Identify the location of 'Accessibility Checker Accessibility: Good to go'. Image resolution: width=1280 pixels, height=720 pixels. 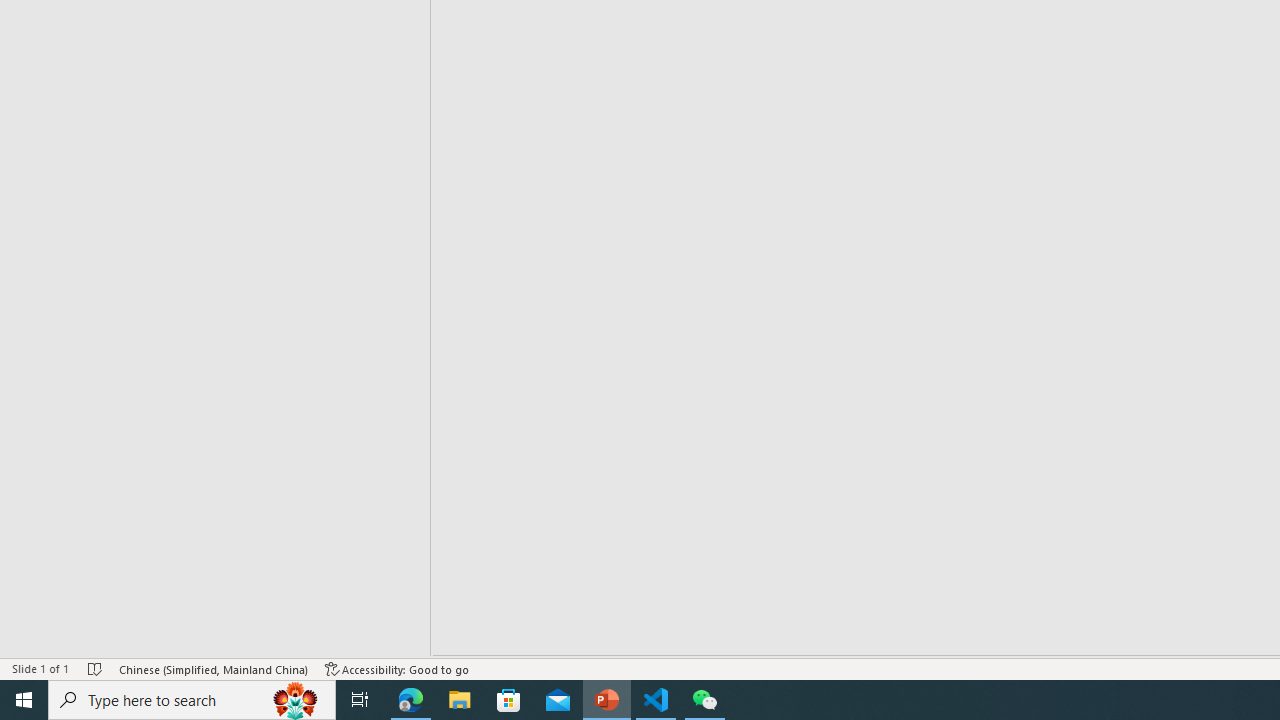
(397, 669).